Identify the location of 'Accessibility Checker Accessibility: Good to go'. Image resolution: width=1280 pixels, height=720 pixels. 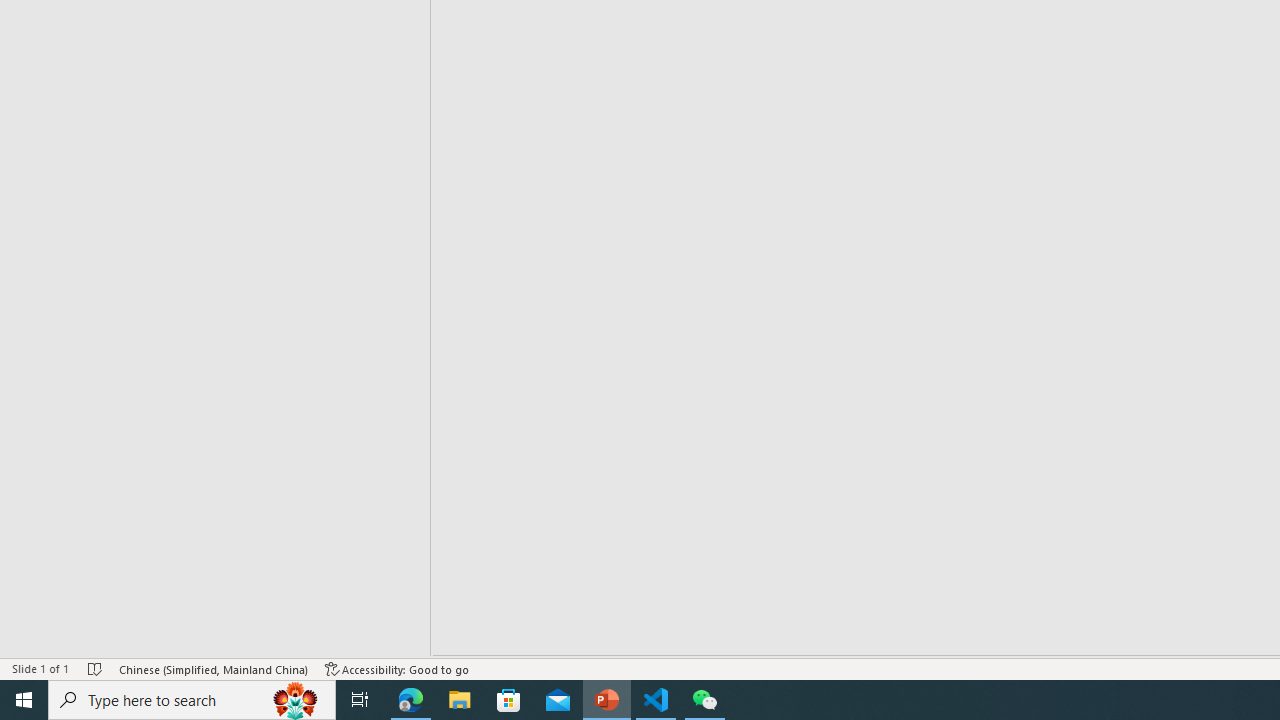
(397, 669).